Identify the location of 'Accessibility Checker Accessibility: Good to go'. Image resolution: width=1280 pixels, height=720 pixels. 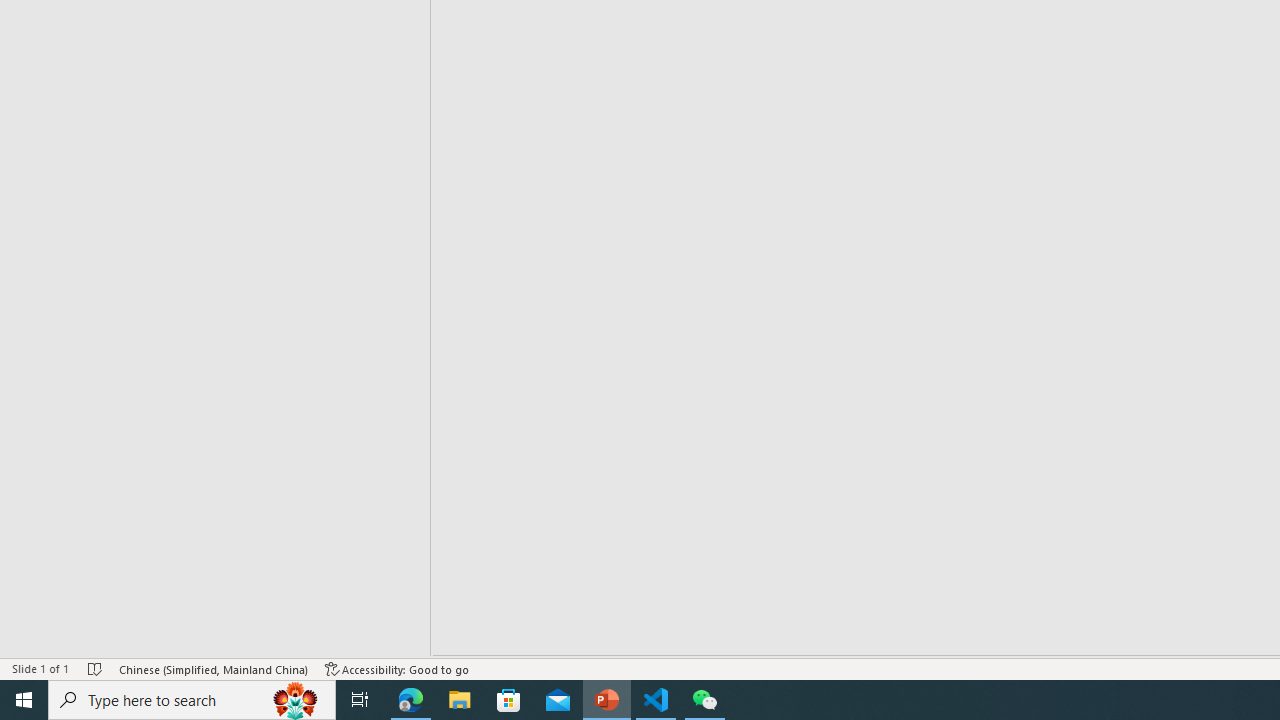
(397, 669).